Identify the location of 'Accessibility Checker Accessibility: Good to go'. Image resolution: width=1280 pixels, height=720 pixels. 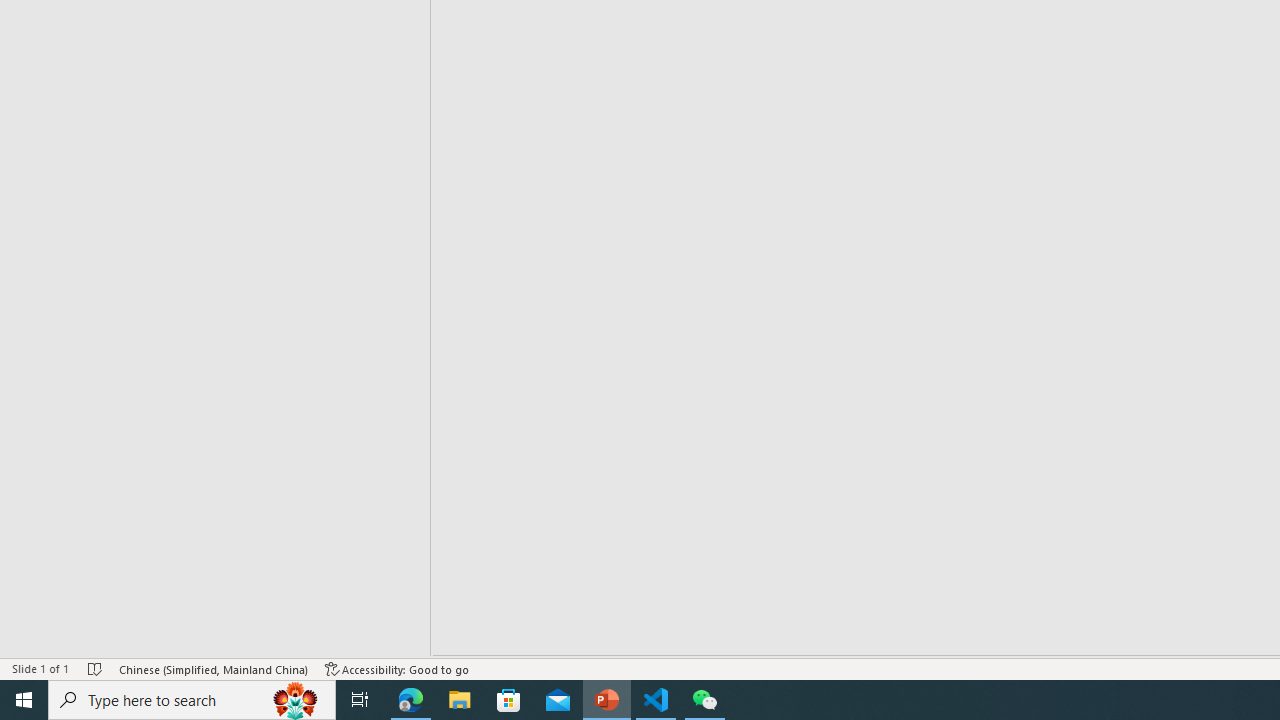
(397, 669).